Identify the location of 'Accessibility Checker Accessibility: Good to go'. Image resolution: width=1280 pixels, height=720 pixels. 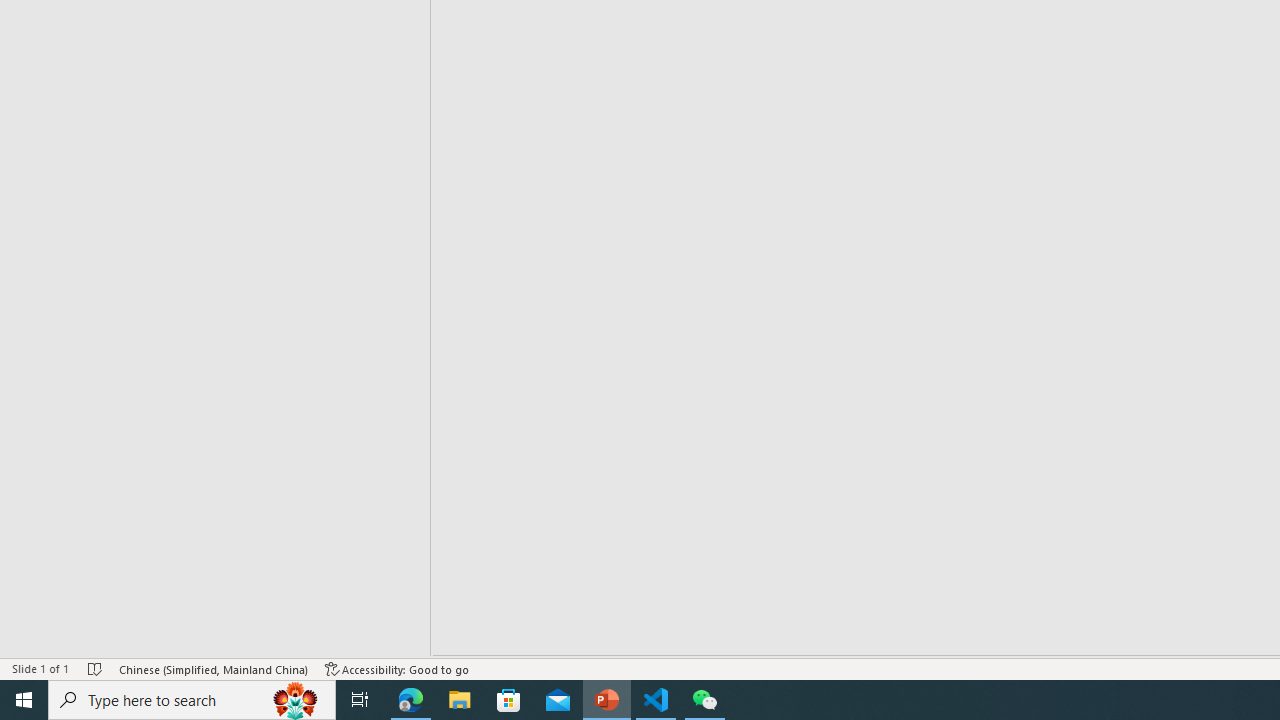
(397, 669).